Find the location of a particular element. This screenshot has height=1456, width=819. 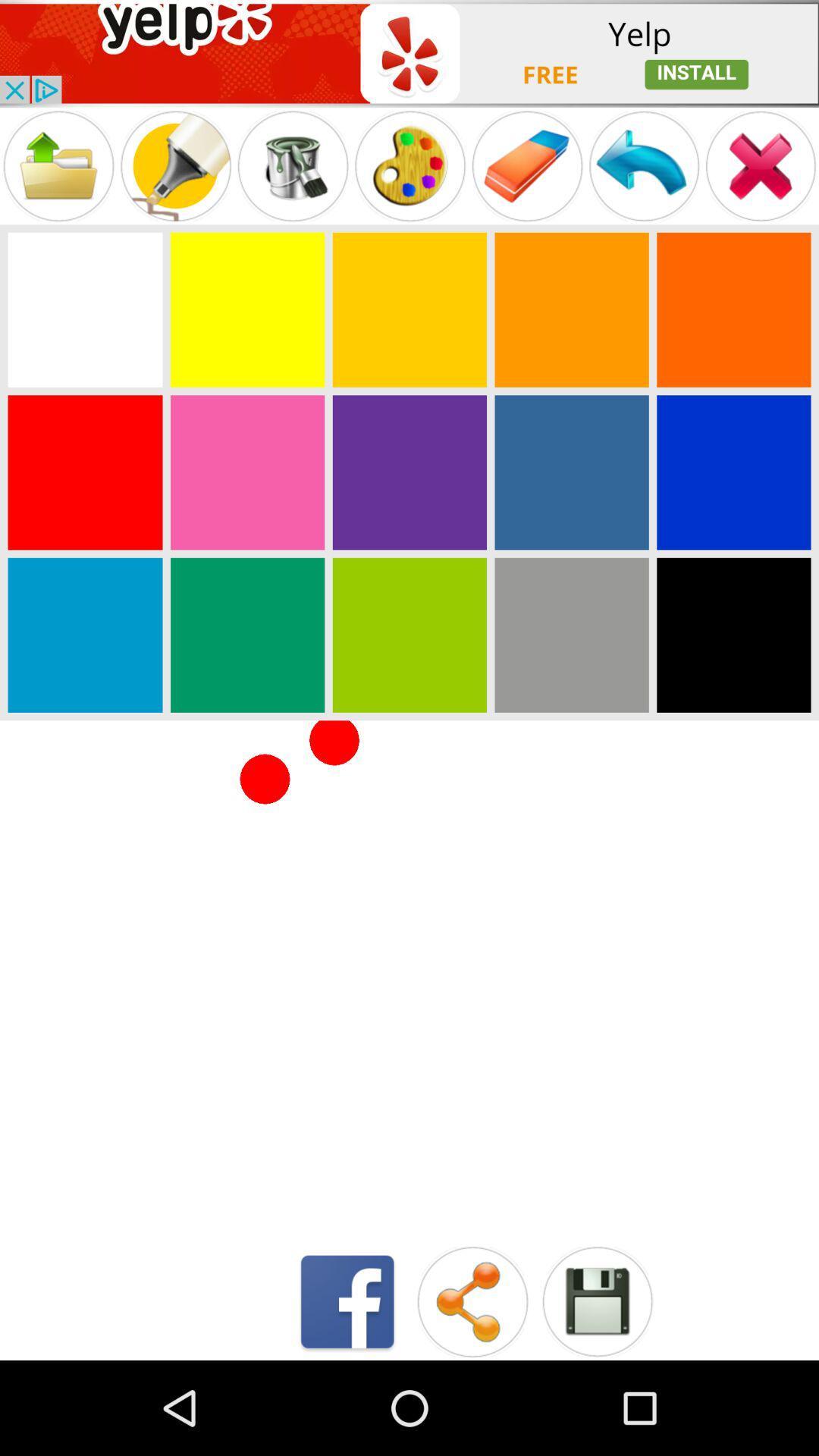

undo is located at coordinates (644, 166).